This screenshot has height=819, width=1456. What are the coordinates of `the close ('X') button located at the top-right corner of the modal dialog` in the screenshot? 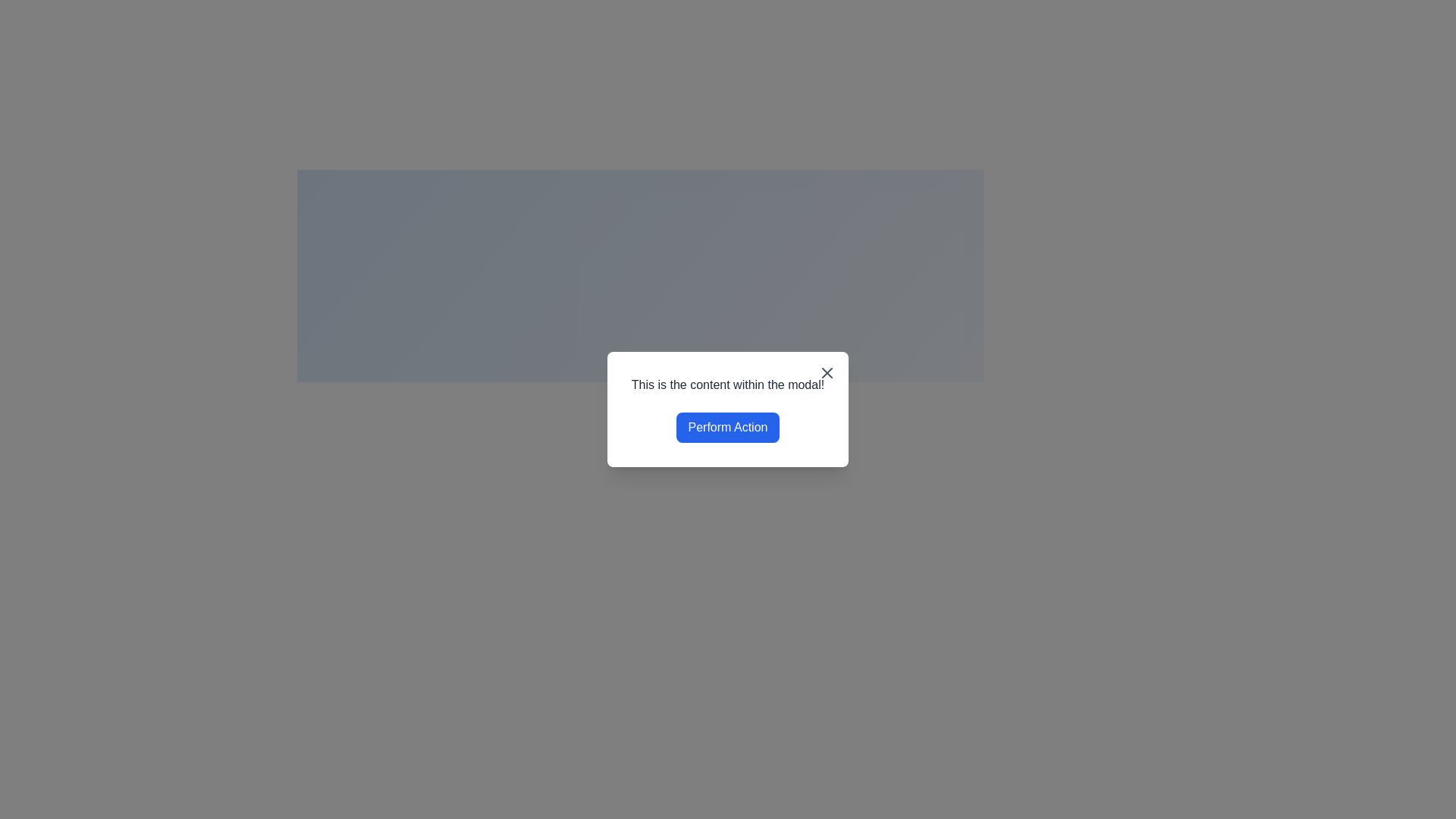 It's located at (827, 373).